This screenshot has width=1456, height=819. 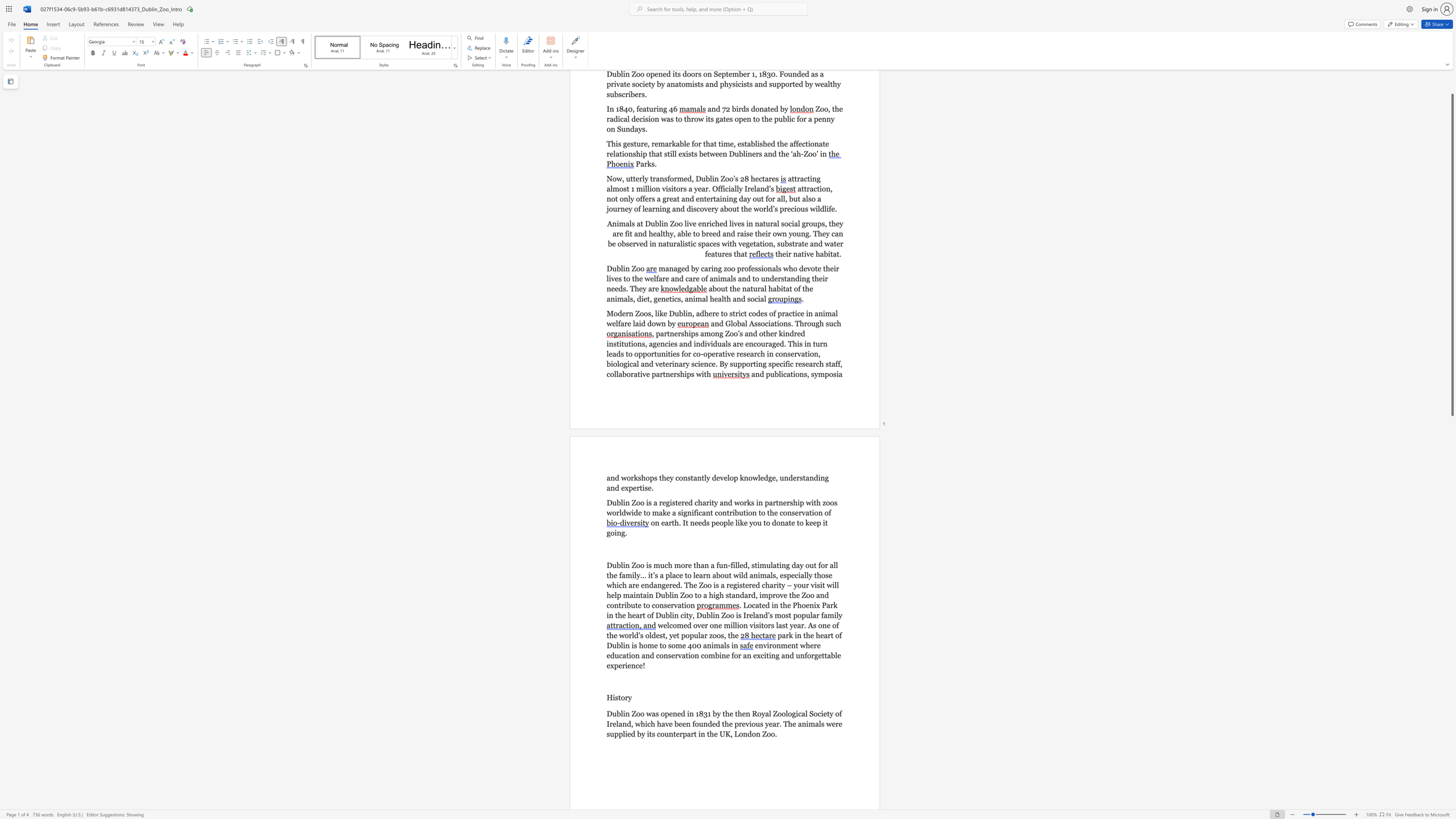 What do you see at coordinates (692, 645) in the screenshot?
I see `the subset text "00 animals" within the text "park in the heart of Dublin is home to some 400 animals in"` at bounding box center [692, 645].